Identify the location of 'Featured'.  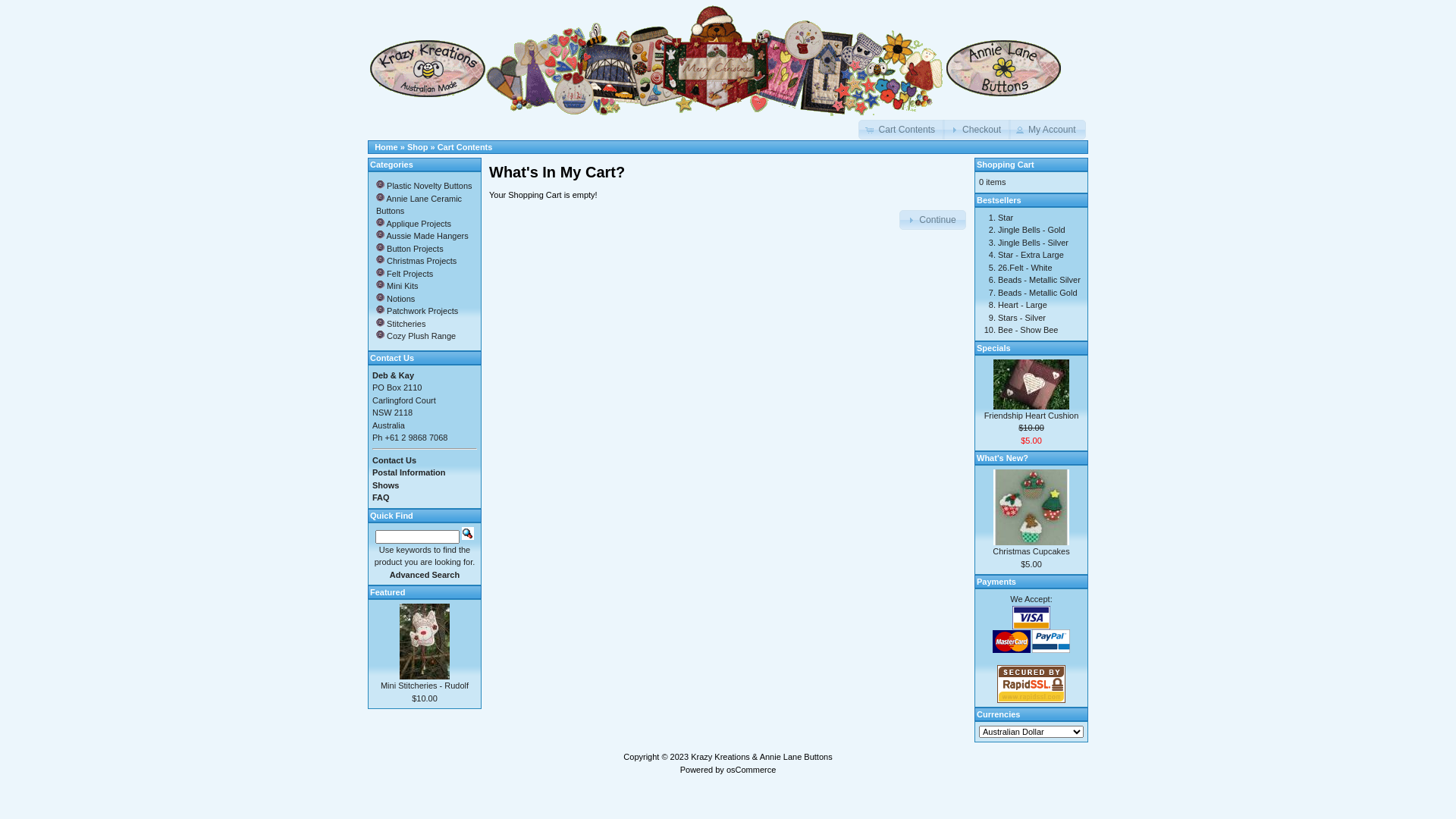
(370, 591).